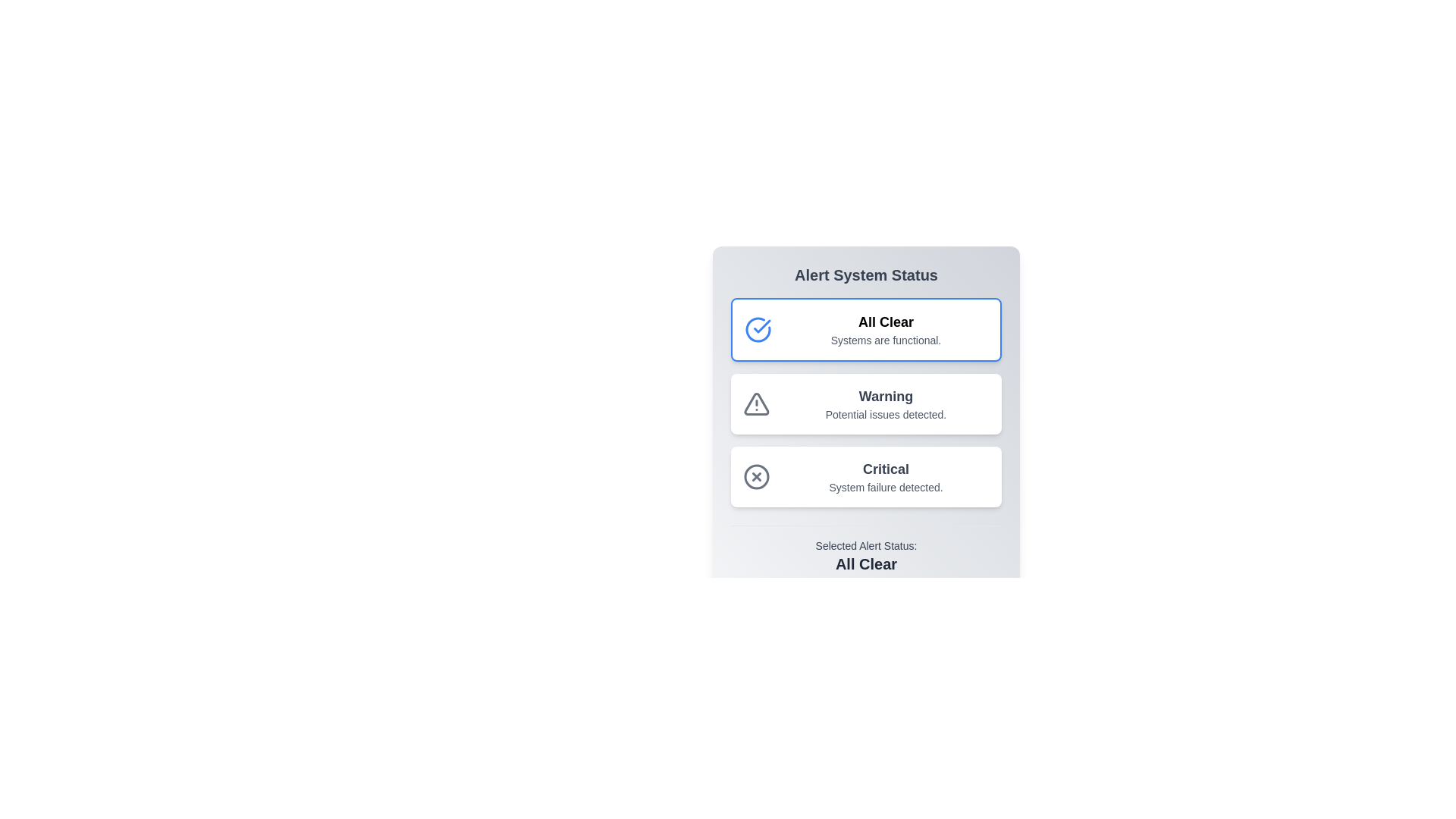  Describe the element at coordinates (886, 488) in the screenshot. I see `the static text element displaying 'System failure detected.' located beneath the 'Critical' alert block` at that location.